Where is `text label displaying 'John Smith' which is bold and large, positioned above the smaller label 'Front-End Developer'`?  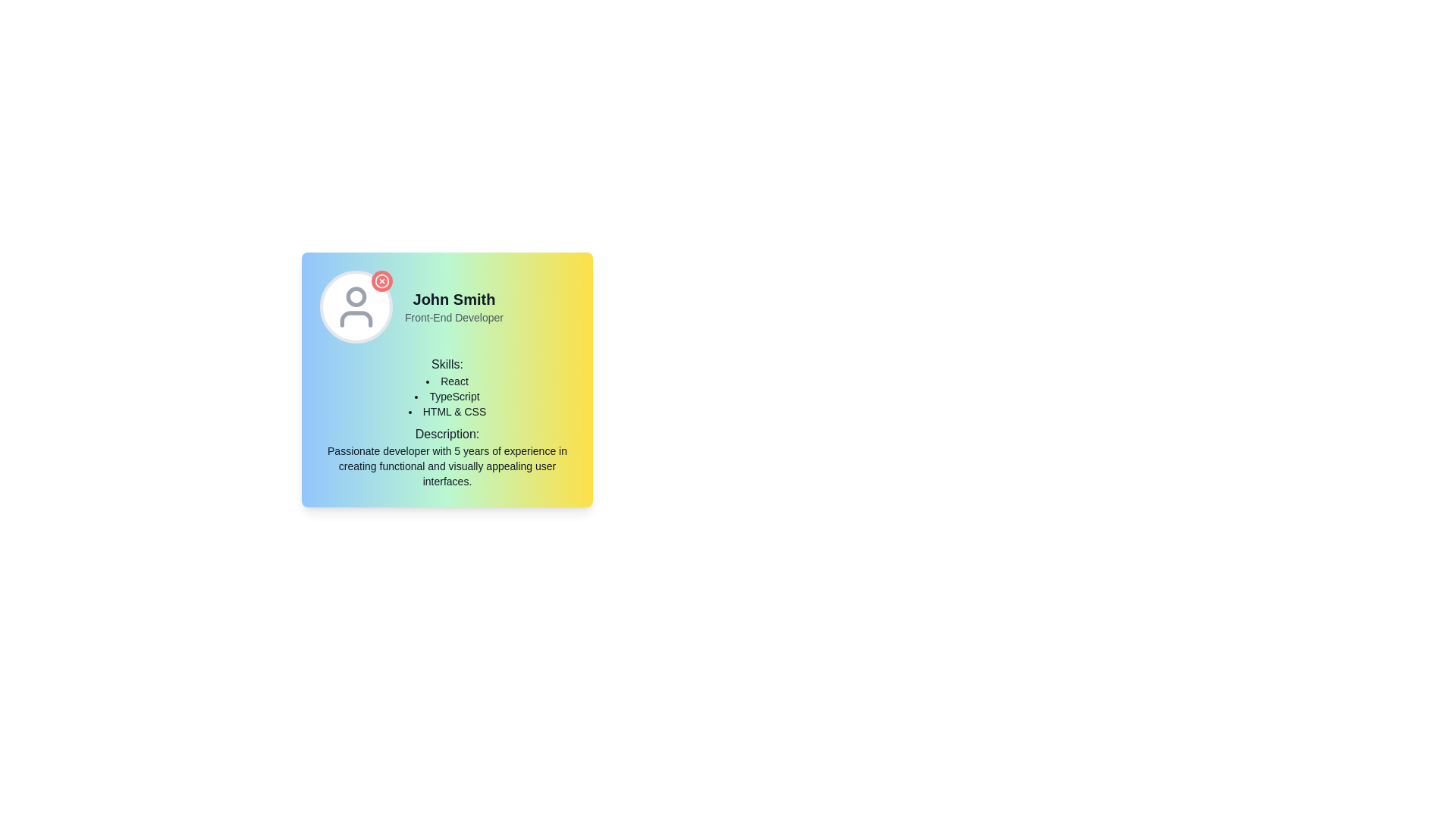
text label displaying 'John Smith' which is bold and large, positioned above the smaller label 'Front-End Developer' is located at coordinates (453, 299).